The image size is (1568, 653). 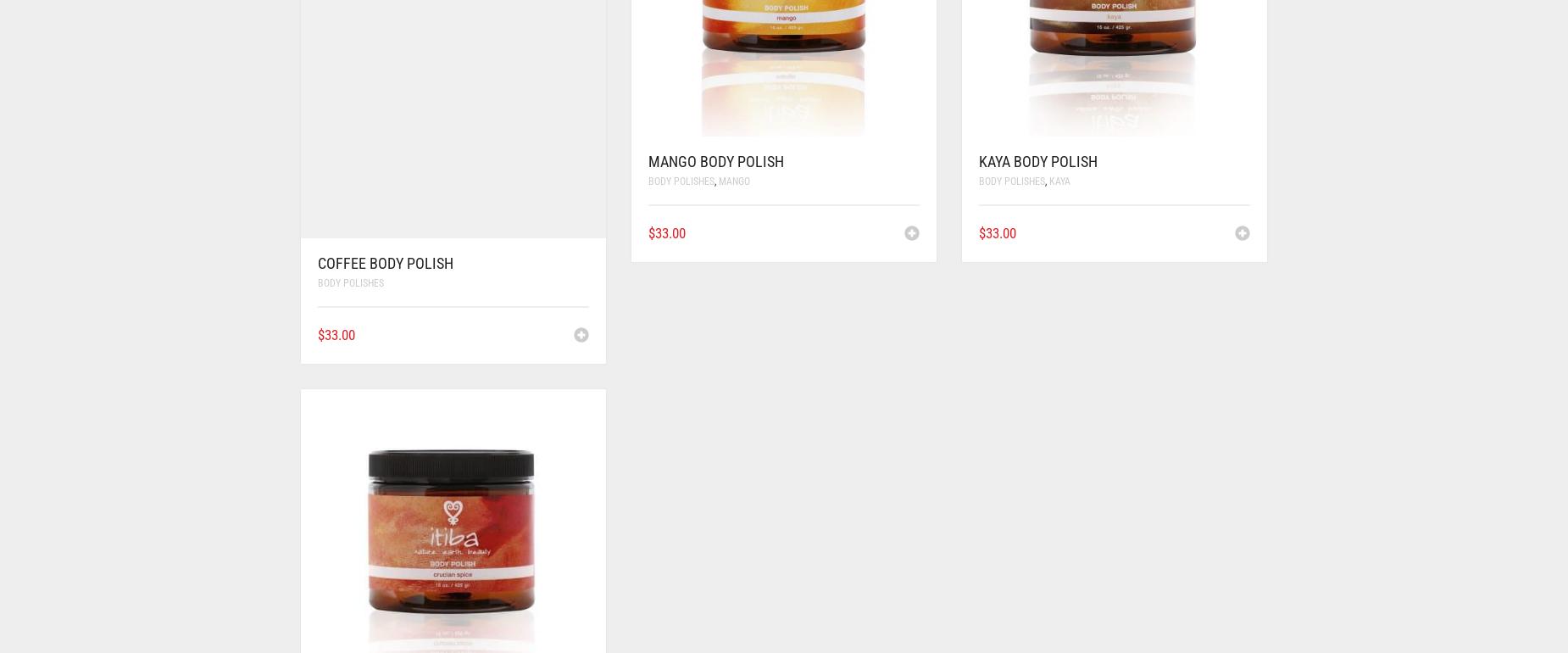 What do you see at coordinates (716, 161) in the screenshot?
I see `'Mango Body Polish'` at bounding box center [716, 161].